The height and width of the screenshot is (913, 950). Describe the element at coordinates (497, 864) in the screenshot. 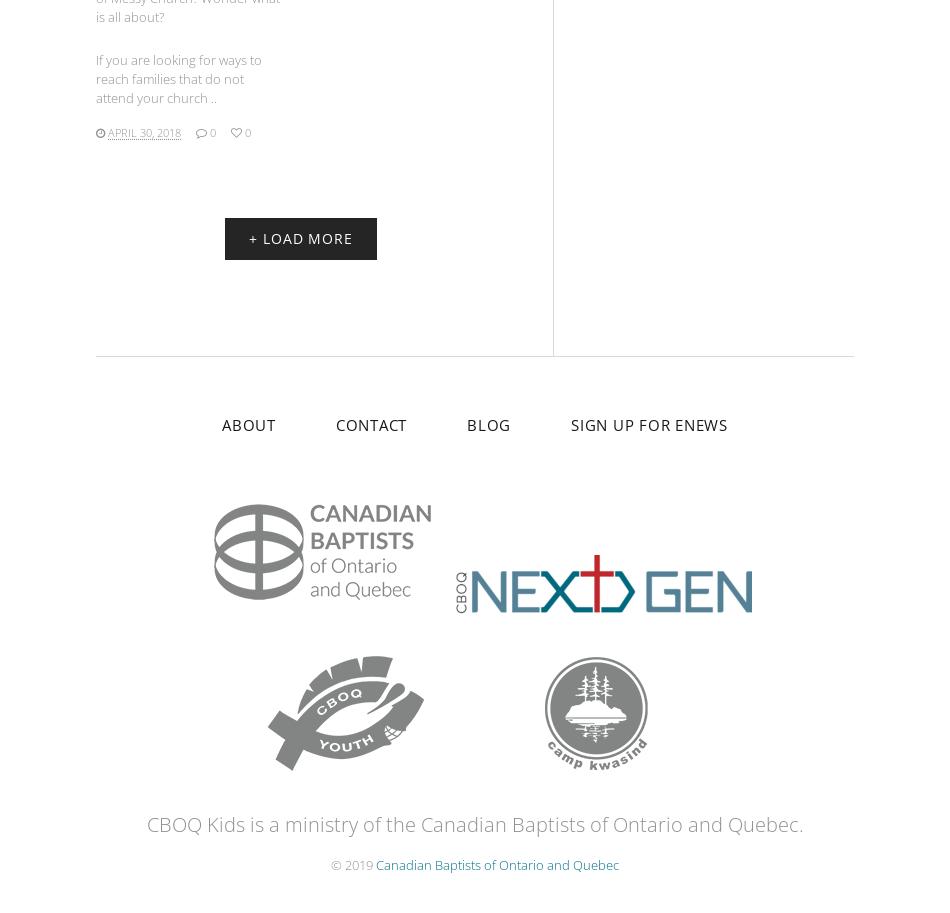

I see `'Canadian Baptists of Ontario and Quebec'` at that location.